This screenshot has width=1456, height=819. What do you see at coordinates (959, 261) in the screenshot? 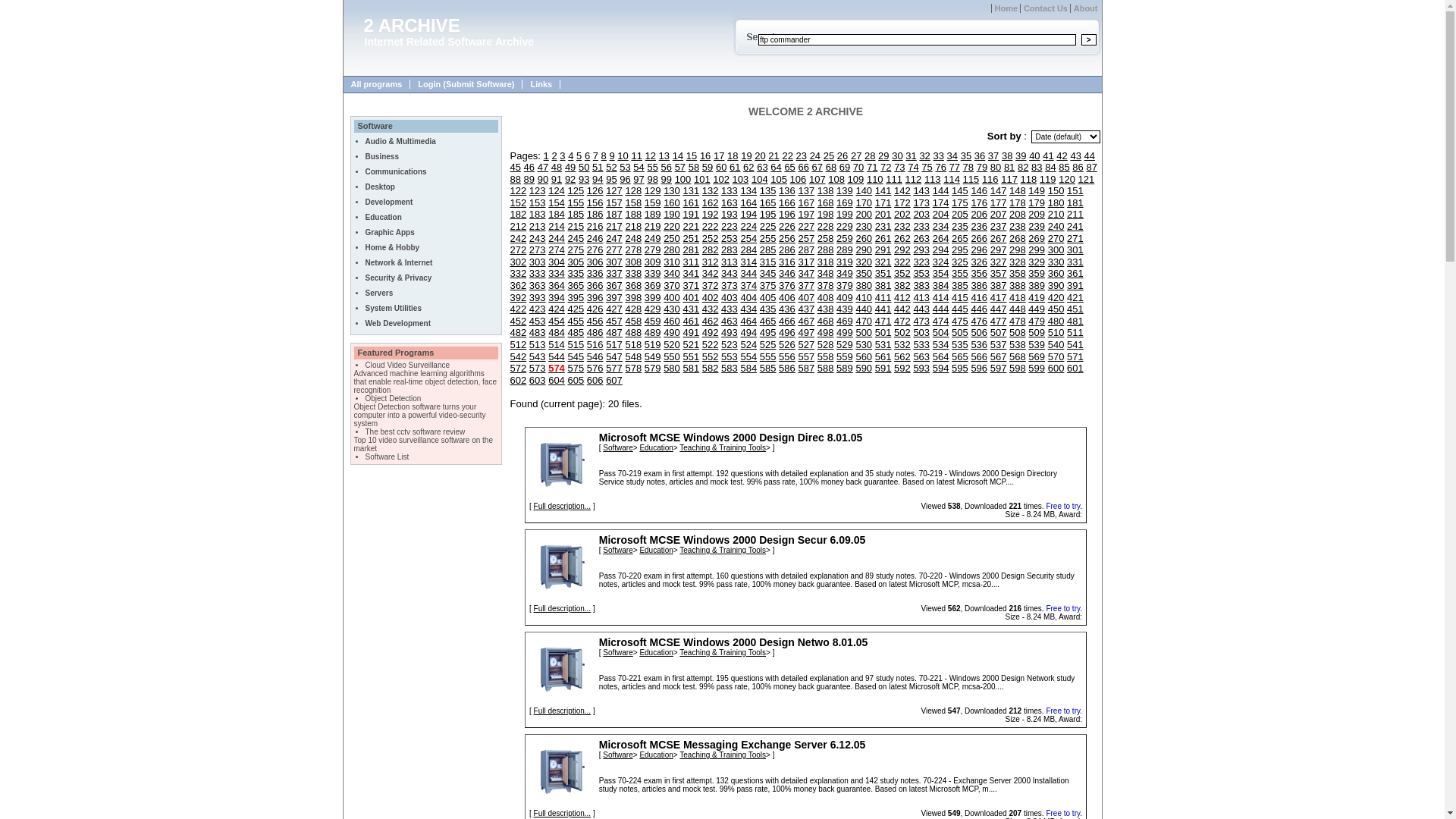
I see `'325'` at bounding box center [959, 261].